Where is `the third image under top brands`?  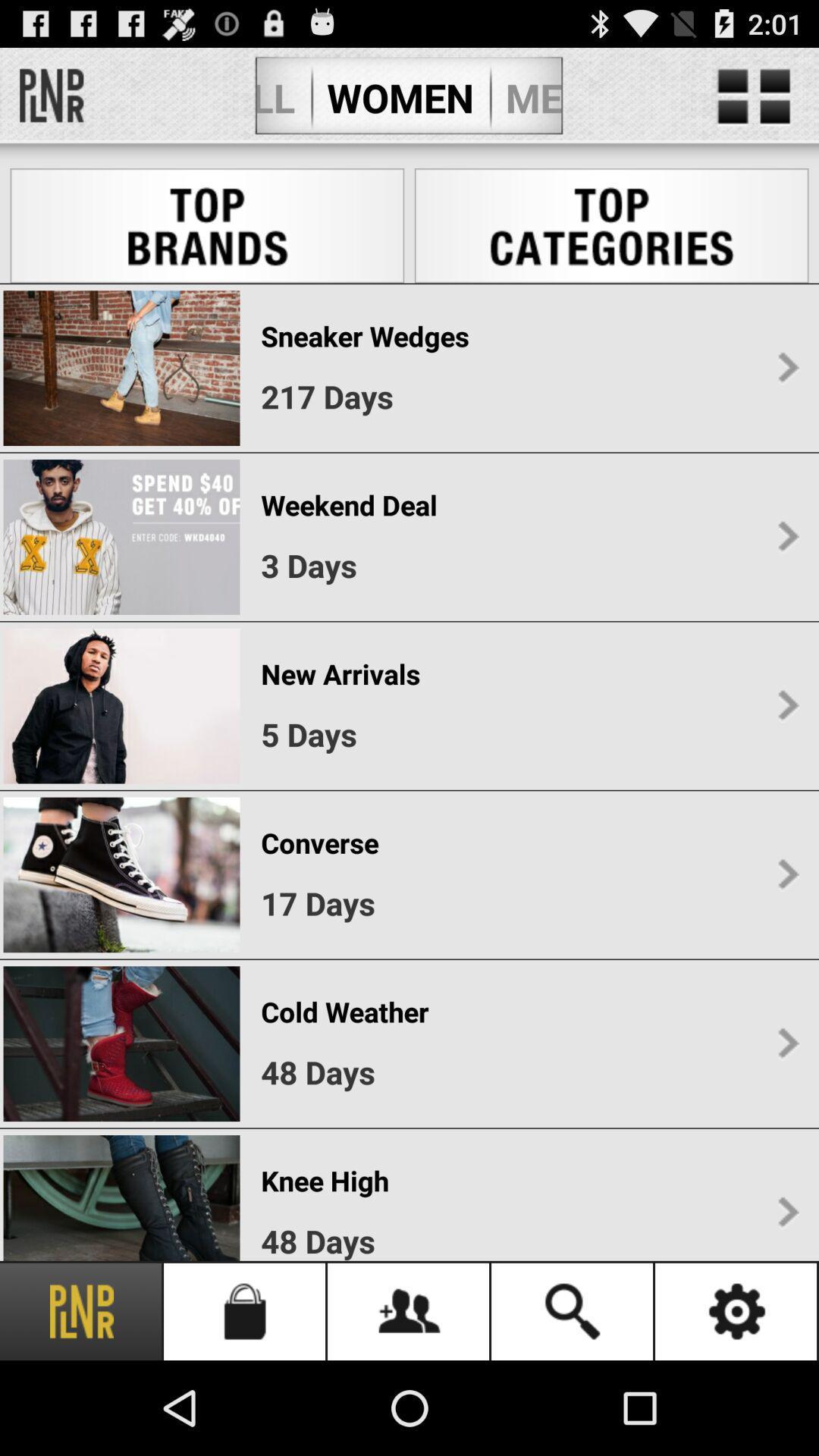
the third image under top brands is located at coordinates (121, 705).